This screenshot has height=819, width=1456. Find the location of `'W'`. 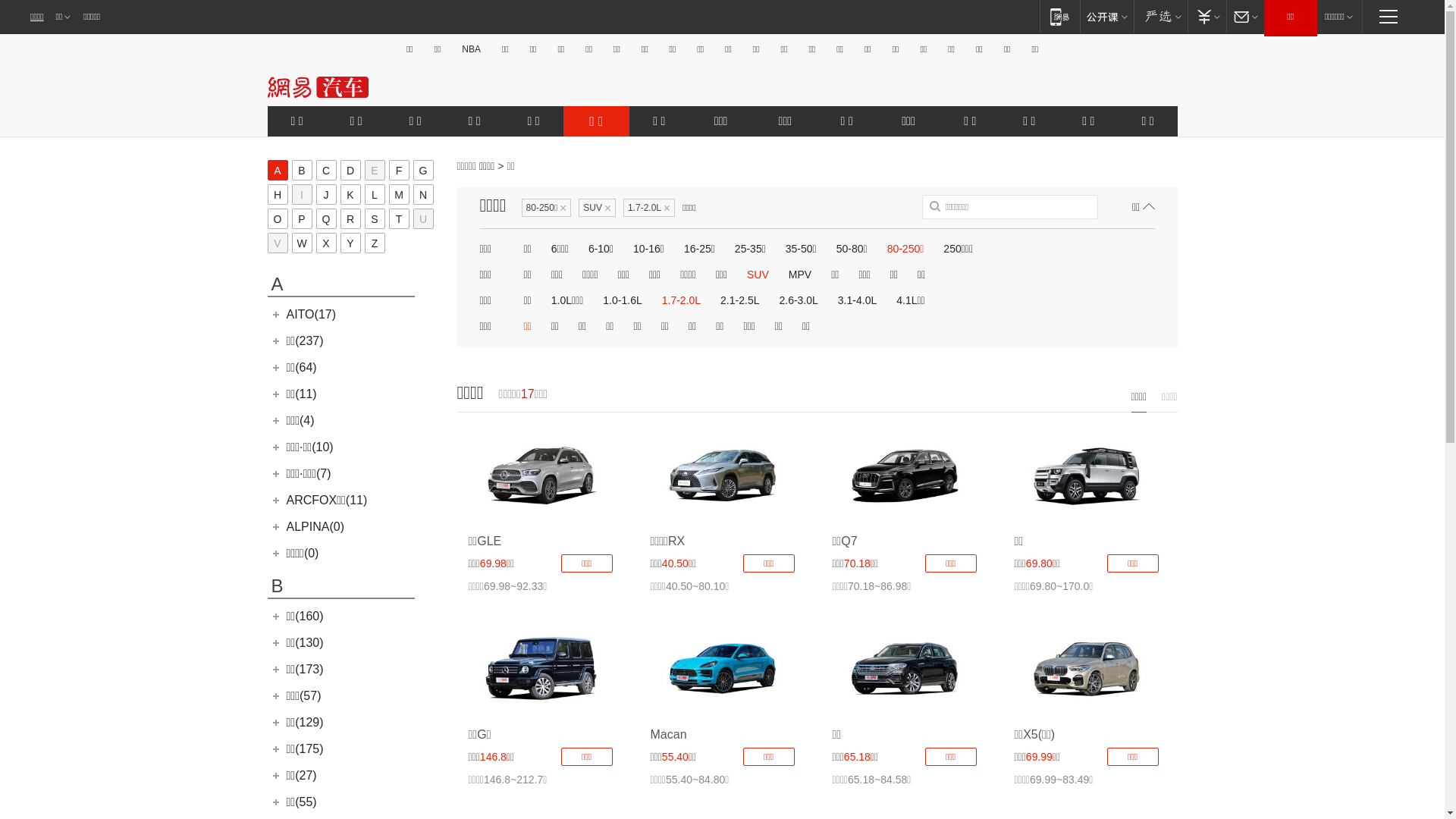

'W' is located at coordinates (301, 242).